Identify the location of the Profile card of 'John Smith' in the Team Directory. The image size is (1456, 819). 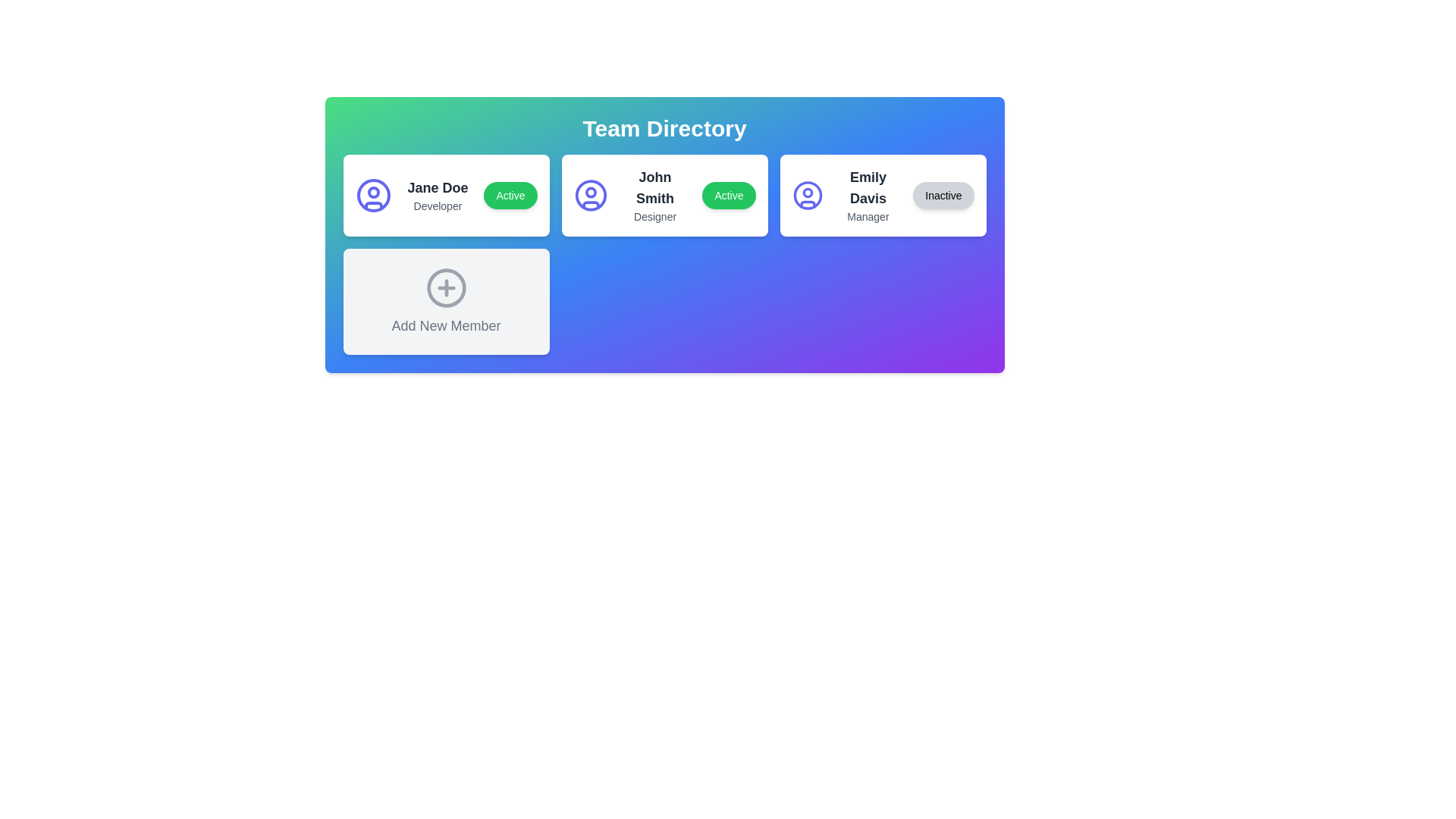
(664, 195).